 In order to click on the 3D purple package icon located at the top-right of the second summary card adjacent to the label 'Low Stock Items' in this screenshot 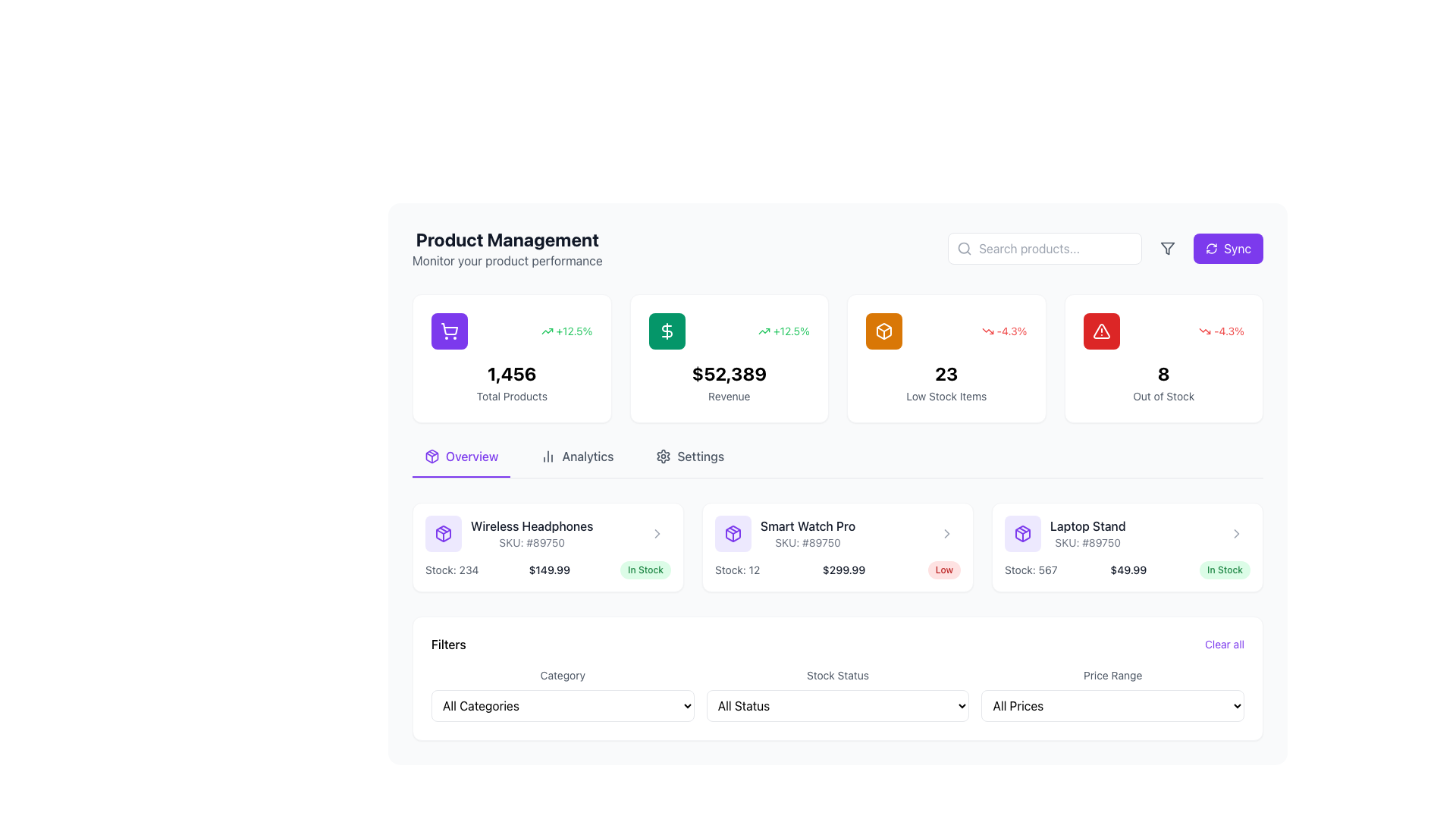, I will do `click(733, 533)`.